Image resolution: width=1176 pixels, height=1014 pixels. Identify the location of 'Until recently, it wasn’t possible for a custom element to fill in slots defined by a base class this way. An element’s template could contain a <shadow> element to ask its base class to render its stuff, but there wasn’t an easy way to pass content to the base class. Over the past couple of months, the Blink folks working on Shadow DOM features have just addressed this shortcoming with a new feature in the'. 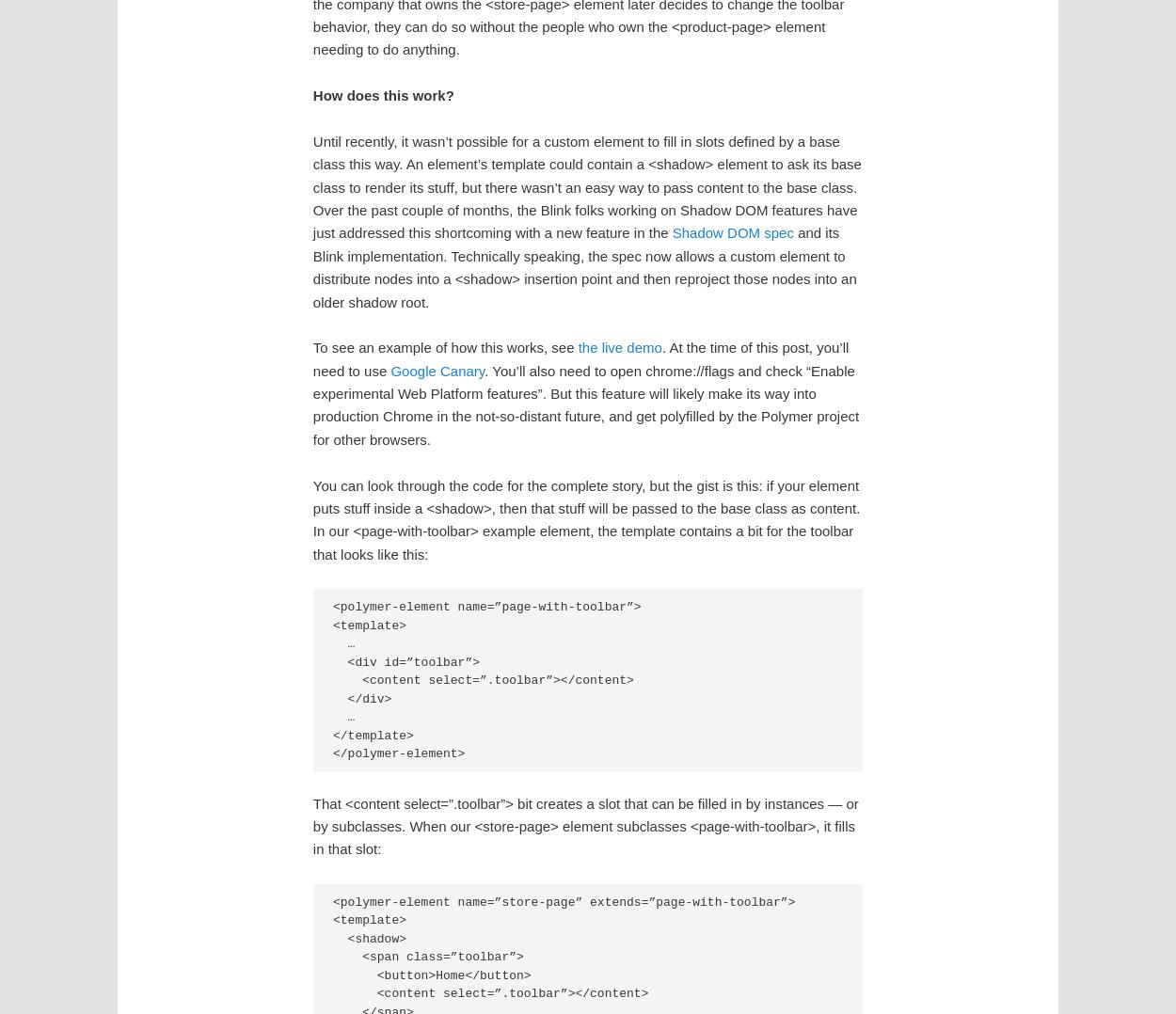
(585, 186).